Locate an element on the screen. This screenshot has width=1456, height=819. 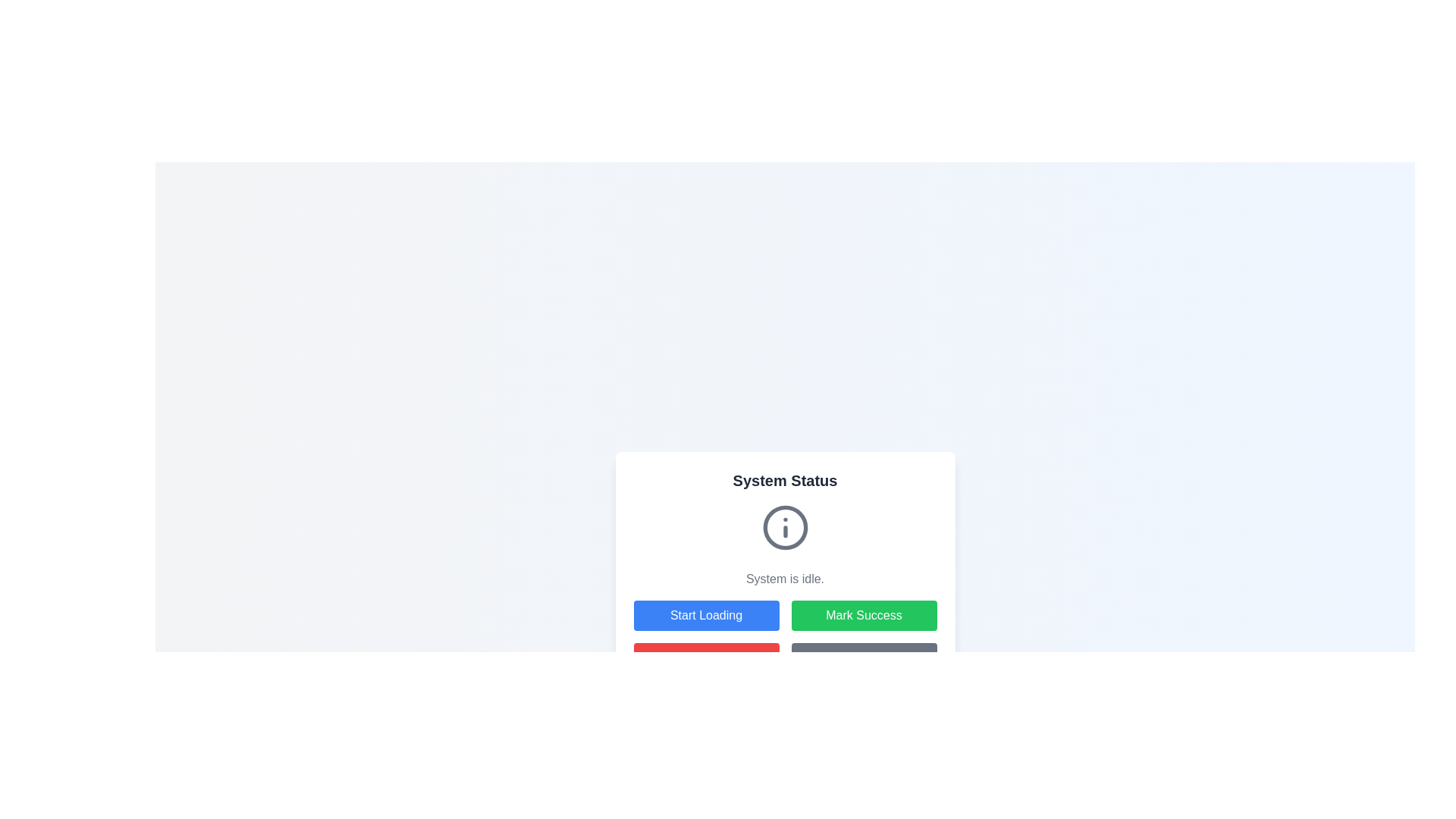
the circular perimeter of the info icon, which is centrally located within the 'System Status' card, above the text 'System is idle.' is located at coordinates (785, 526).